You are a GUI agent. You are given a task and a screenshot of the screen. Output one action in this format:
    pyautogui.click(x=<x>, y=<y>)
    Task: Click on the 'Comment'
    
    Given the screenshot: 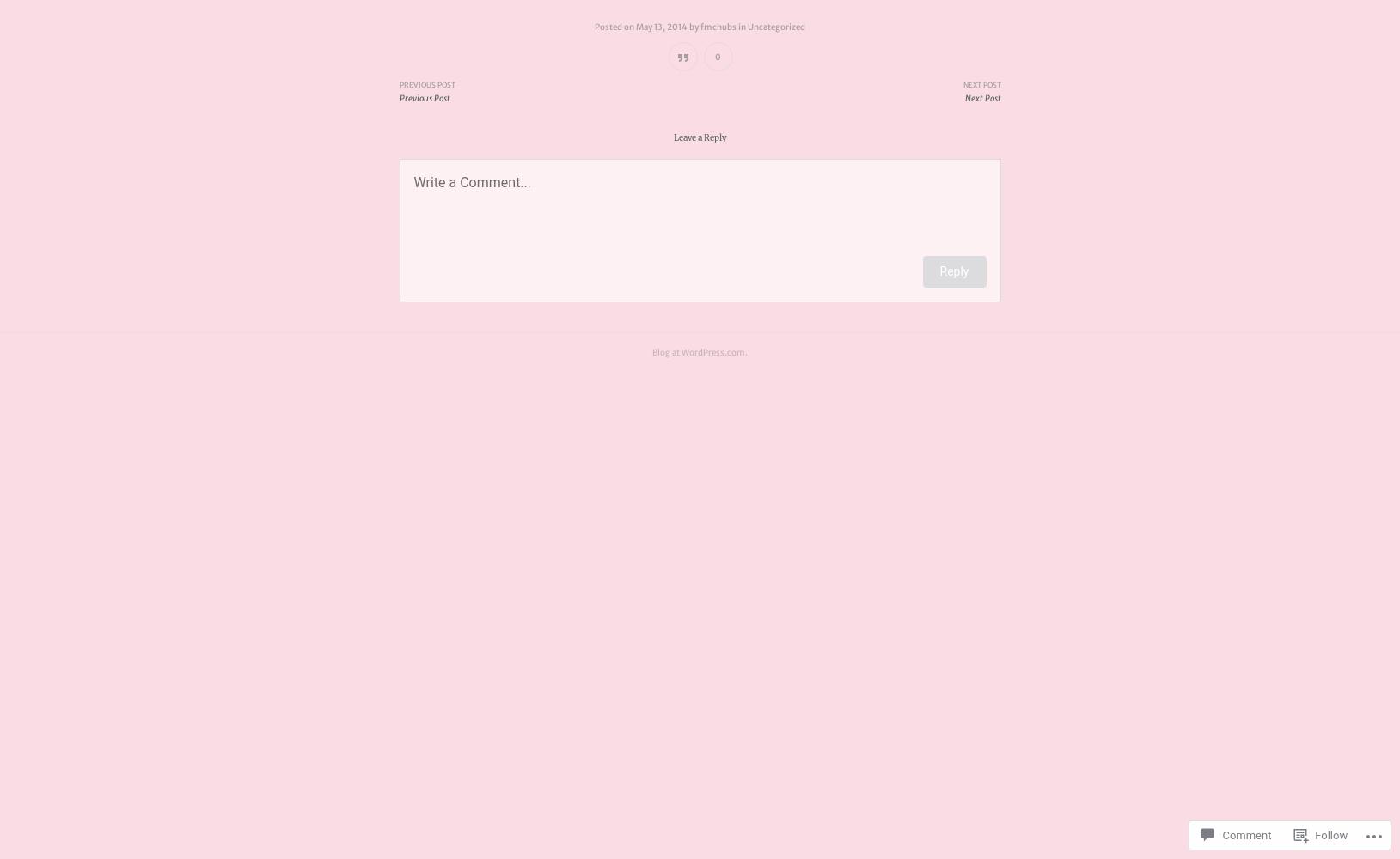 What is the action you would take?
    pyautogui.click(x=1245, y=834)
    